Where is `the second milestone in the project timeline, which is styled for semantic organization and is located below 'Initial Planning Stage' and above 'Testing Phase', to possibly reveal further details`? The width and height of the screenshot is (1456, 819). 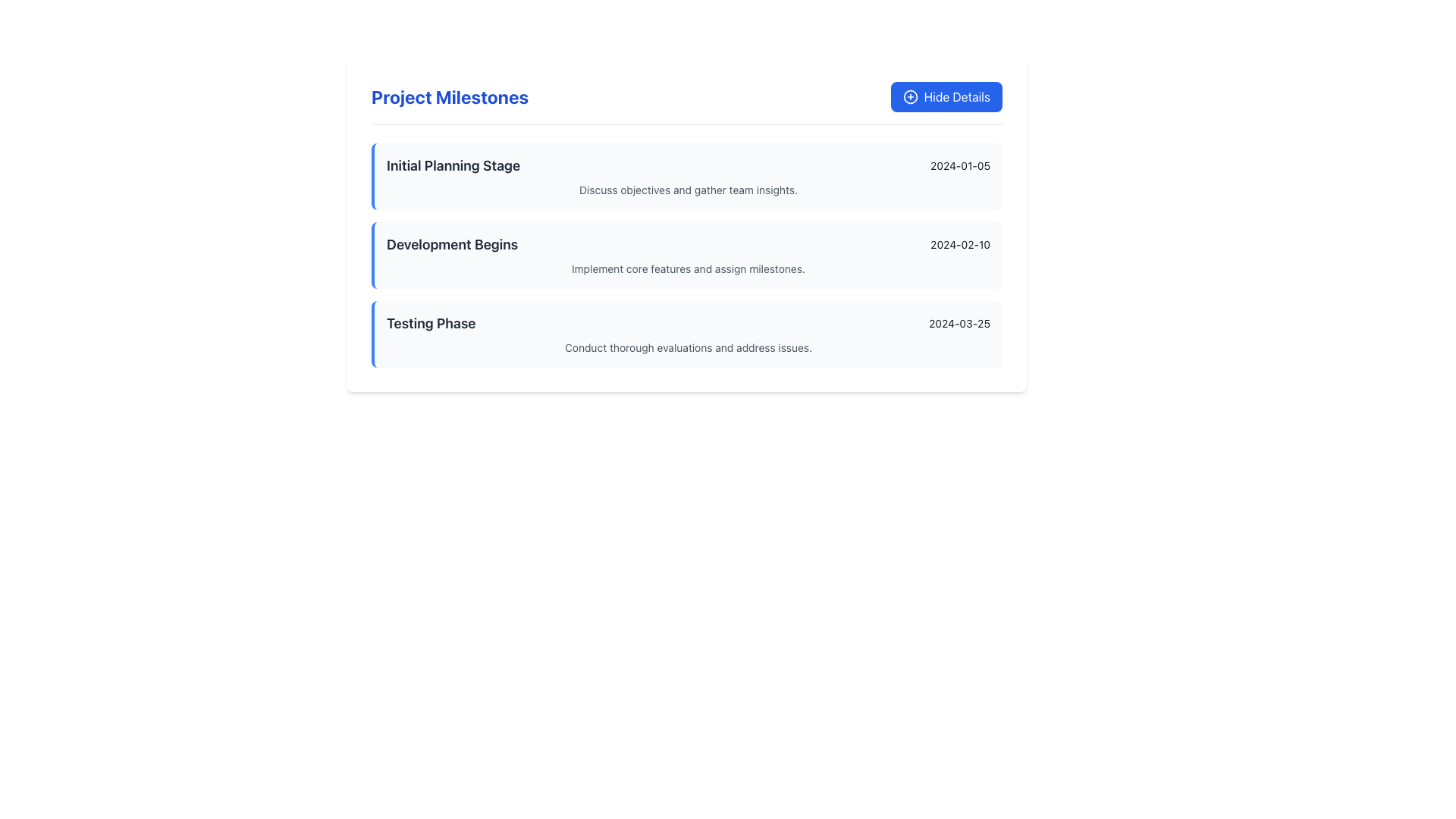 the second milestone in the project timeline, which is styled for semantic organization and is located below 'Initial Planning Stage' and above 'Testing Phase', to possibly reveal further details is located at coordinates (686, 254).